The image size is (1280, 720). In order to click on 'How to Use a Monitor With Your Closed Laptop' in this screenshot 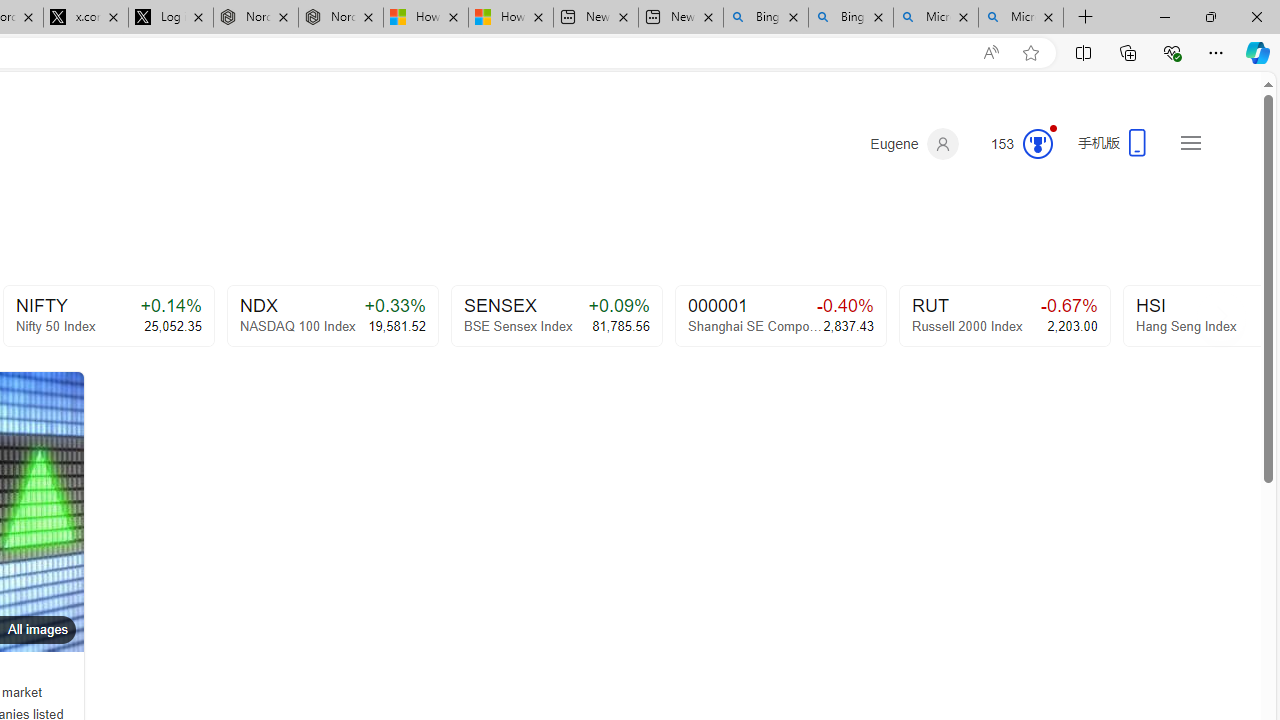, I will do `click(510, 17)`.